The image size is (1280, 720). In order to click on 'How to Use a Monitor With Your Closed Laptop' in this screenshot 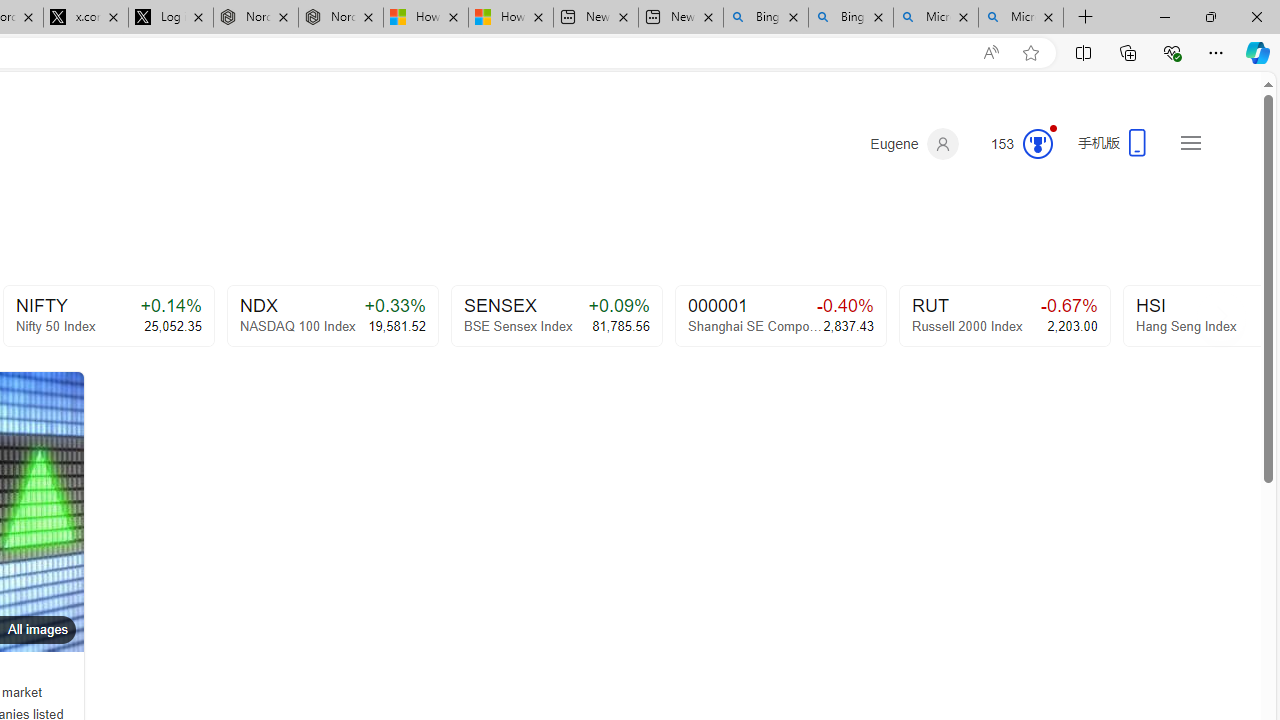, I will do `click(510, 17)`.